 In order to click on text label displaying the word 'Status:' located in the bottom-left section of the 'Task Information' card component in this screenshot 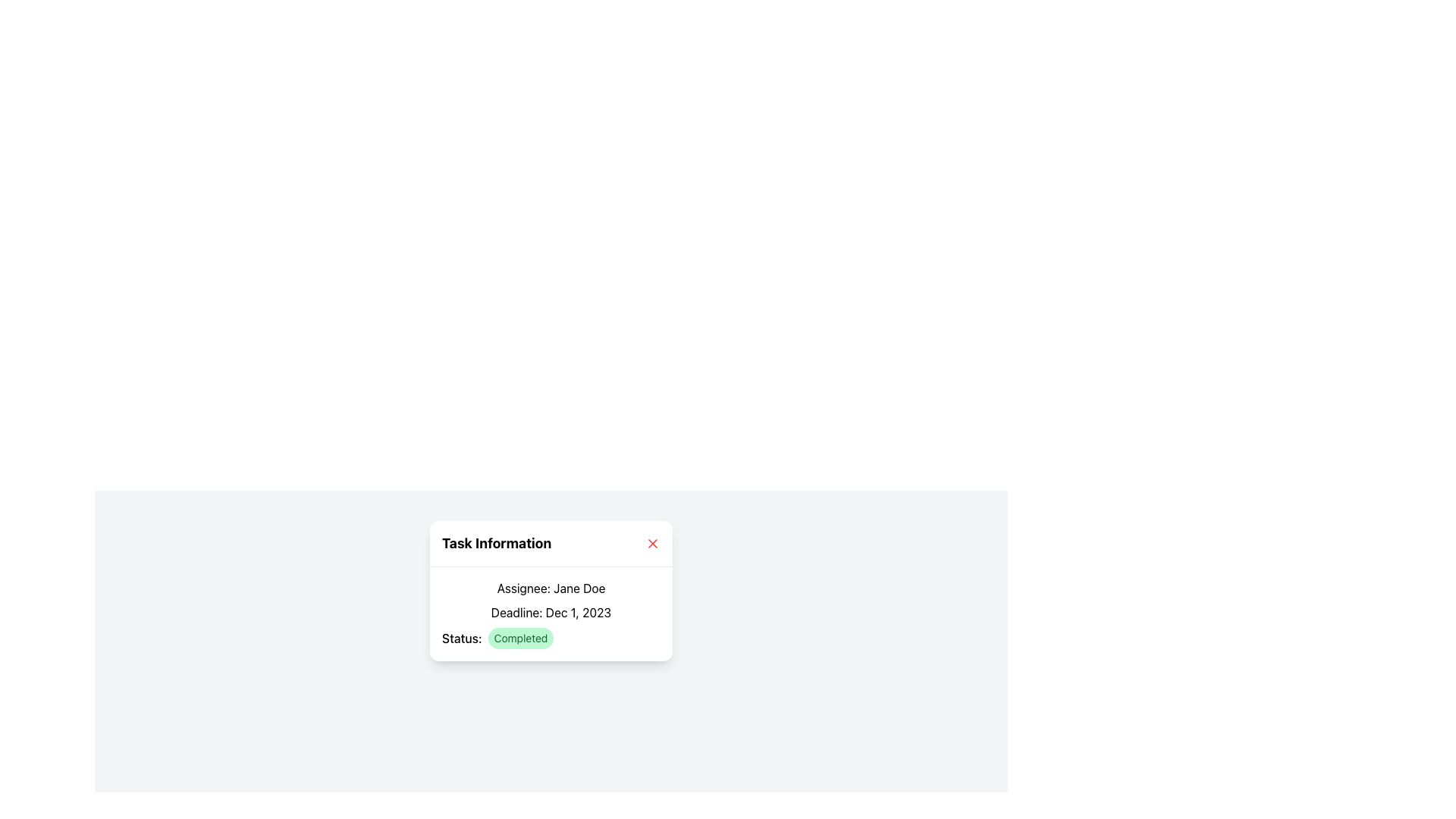, I will do `click(461, 638)`.